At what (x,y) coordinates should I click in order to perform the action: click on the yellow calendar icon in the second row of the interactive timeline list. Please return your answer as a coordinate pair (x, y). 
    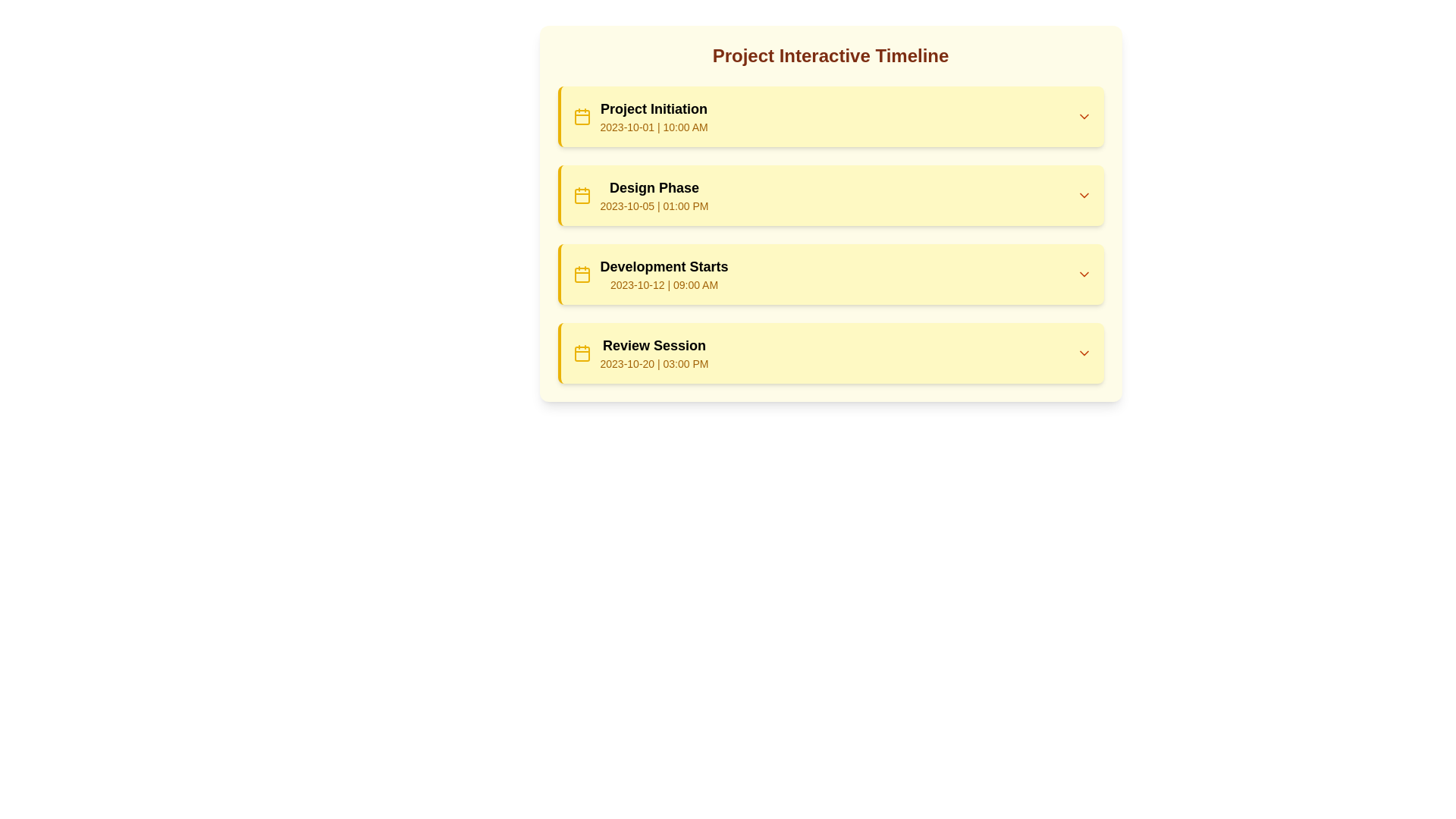
    Looking at the image, I should click on (581, 195).